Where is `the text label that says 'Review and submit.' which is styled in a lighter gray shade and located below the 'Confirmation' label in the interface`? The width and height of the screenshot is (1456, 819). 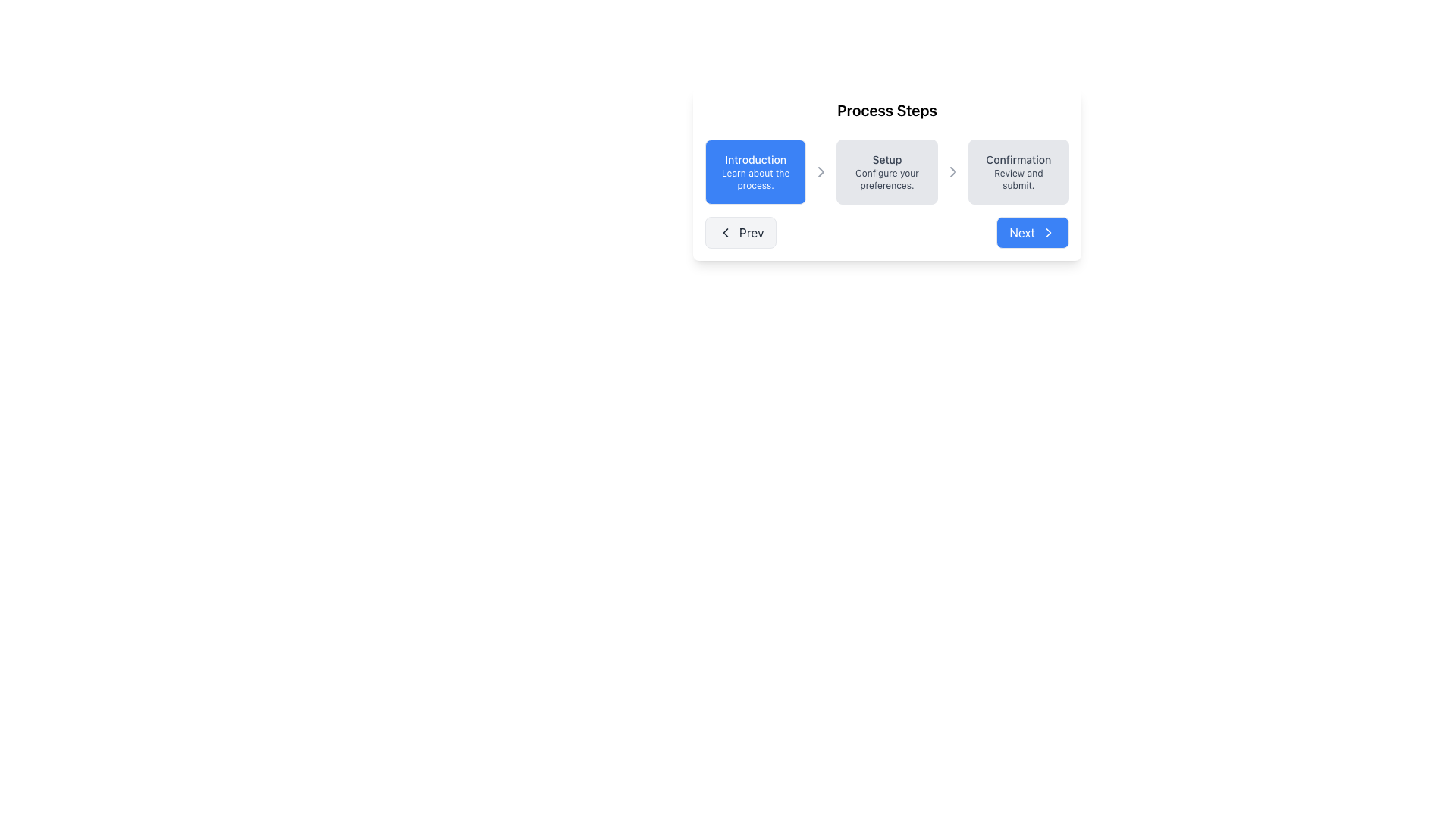
the text label that says 'Review and submit.' which is styled in a lighter gray shade and located below the 'Confirmation' label in the interface is located at coordinates (1018, 178).